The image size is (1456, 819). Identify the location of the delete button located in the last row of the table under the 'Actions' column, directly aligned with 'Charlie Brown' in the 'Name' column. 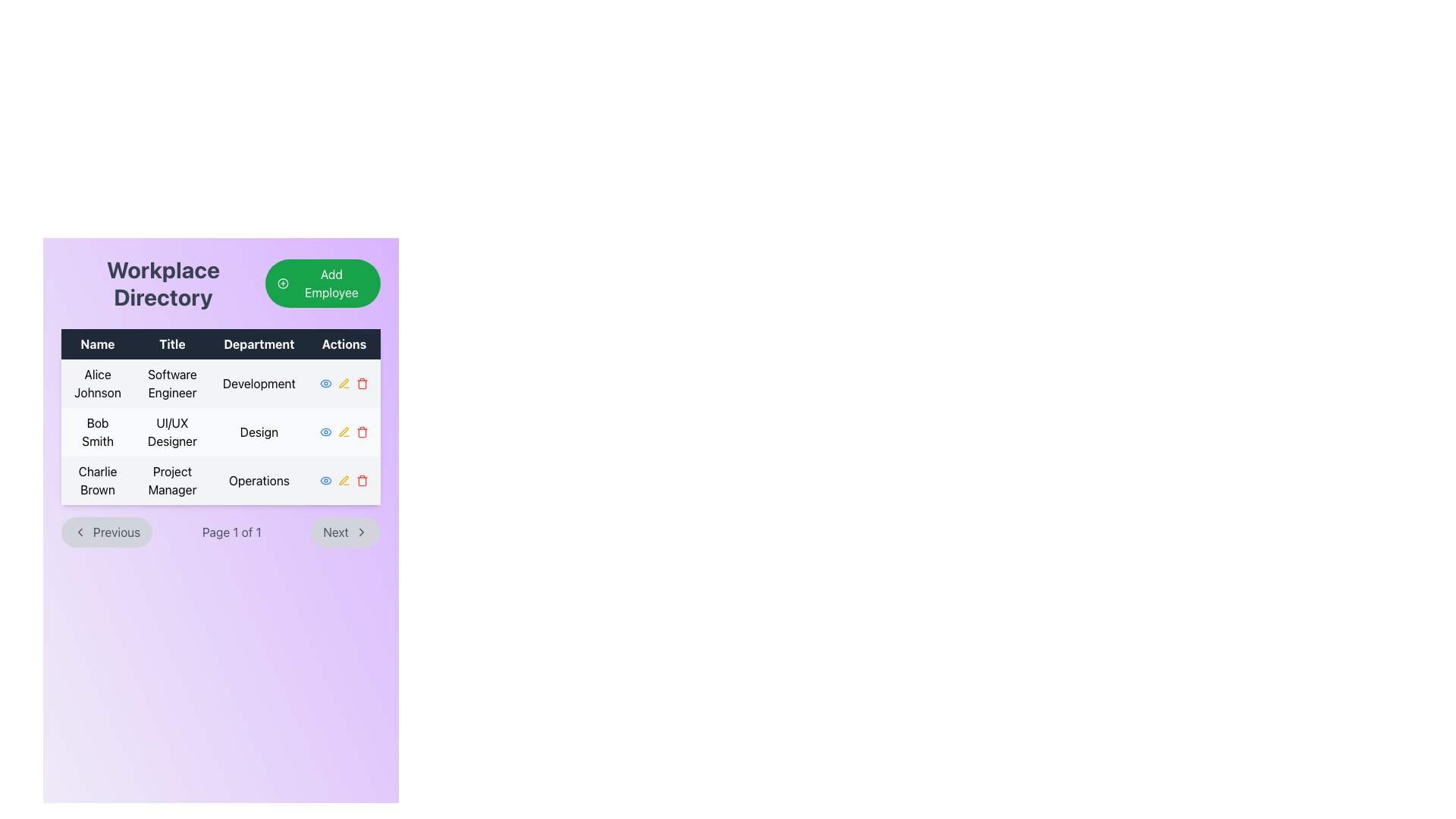
(361, 480).